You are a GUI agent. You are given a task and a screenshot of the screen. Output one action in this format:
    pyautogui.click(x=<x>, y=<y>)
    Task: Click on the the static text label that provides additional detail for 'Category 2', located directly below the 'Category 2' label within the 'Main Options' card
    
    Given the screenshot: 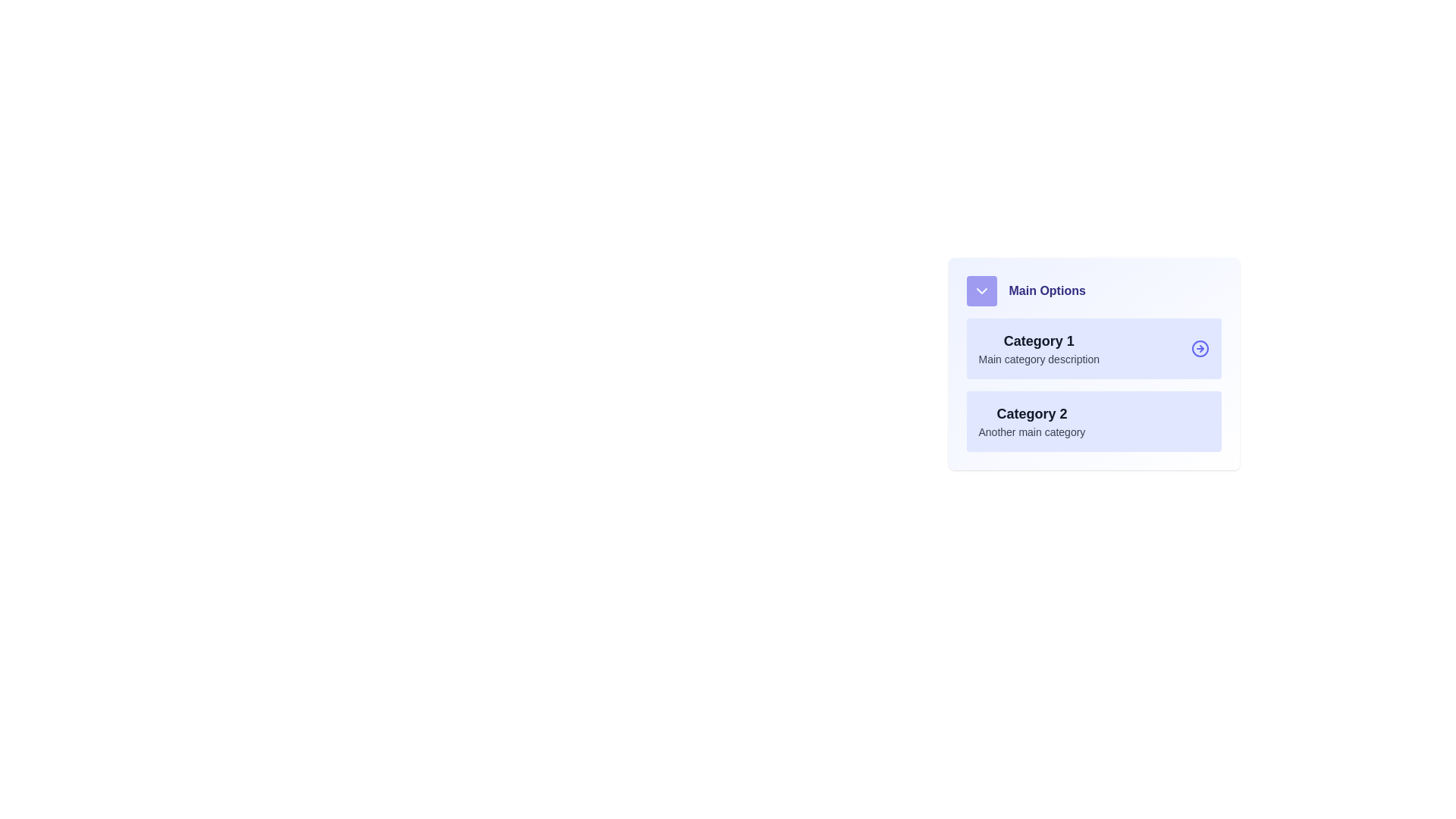 What is the action you would take?
    pyautogui.click(x=1031, y=432)
    